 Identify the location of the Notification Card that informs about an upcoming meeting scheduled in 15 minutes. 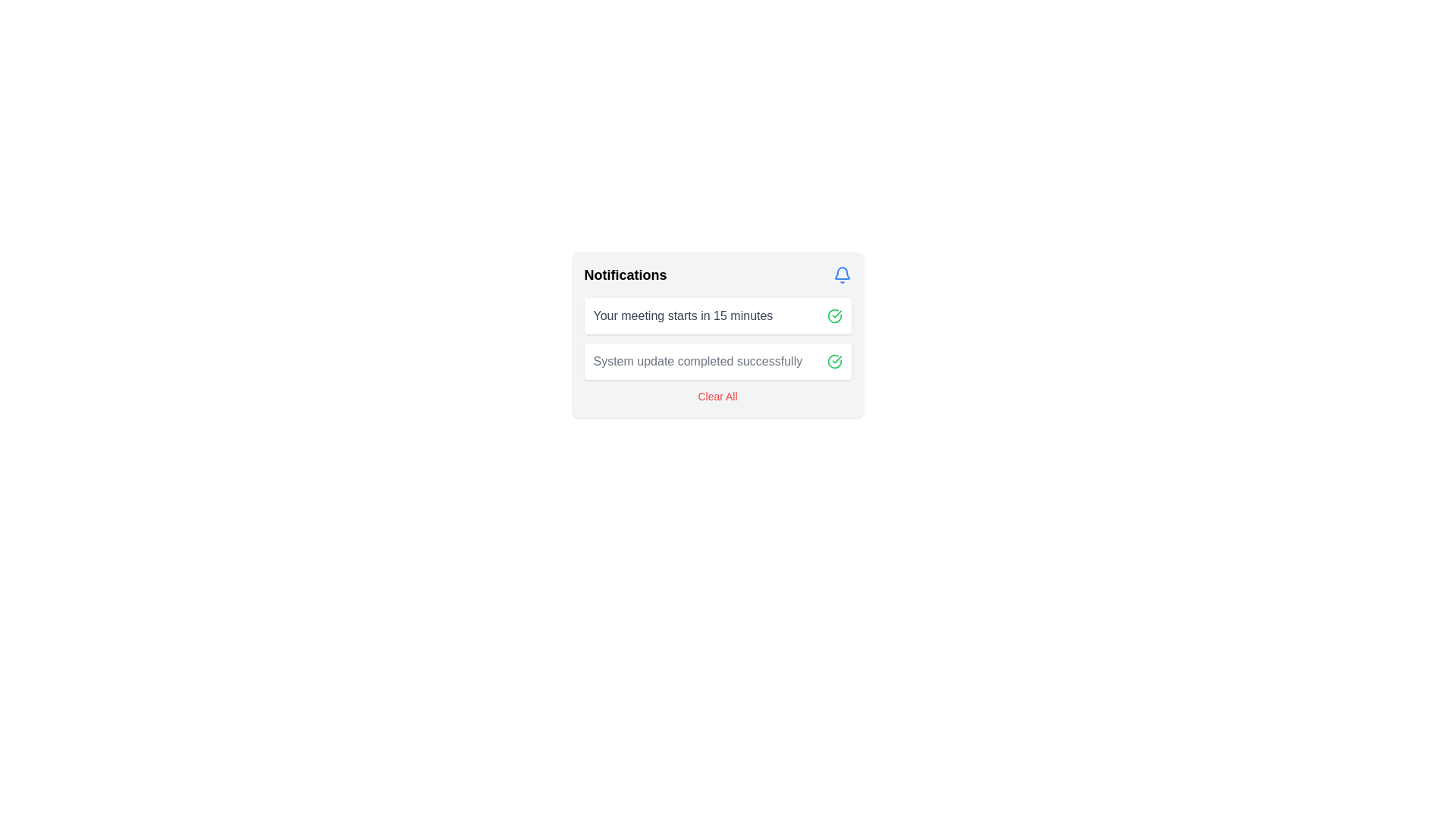
(717, 315).